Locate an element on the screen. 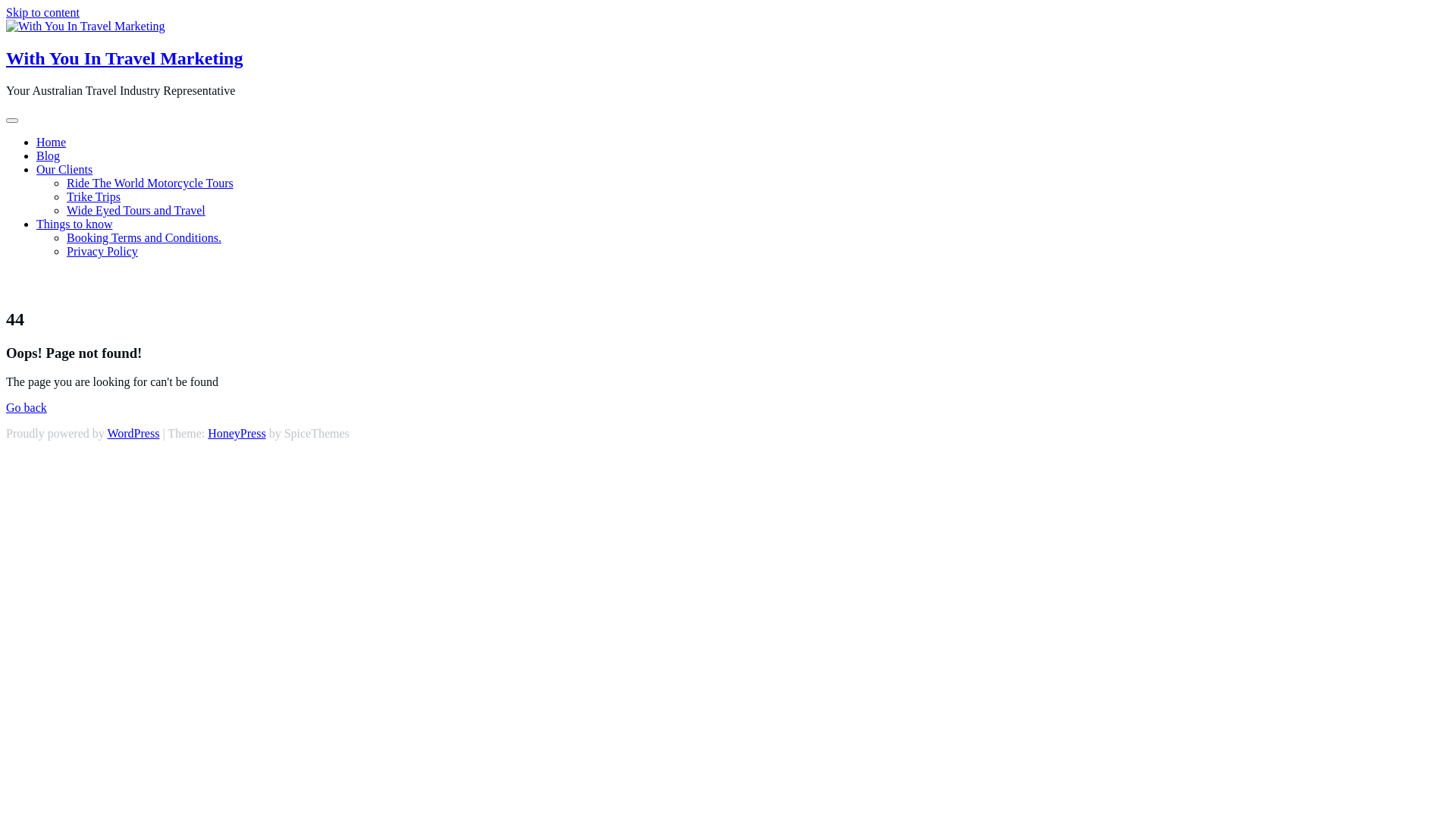 This screenshot has width=1456, height=819. 'Wide Eyed Tours and Travel' is located at coordinates (136, 210).